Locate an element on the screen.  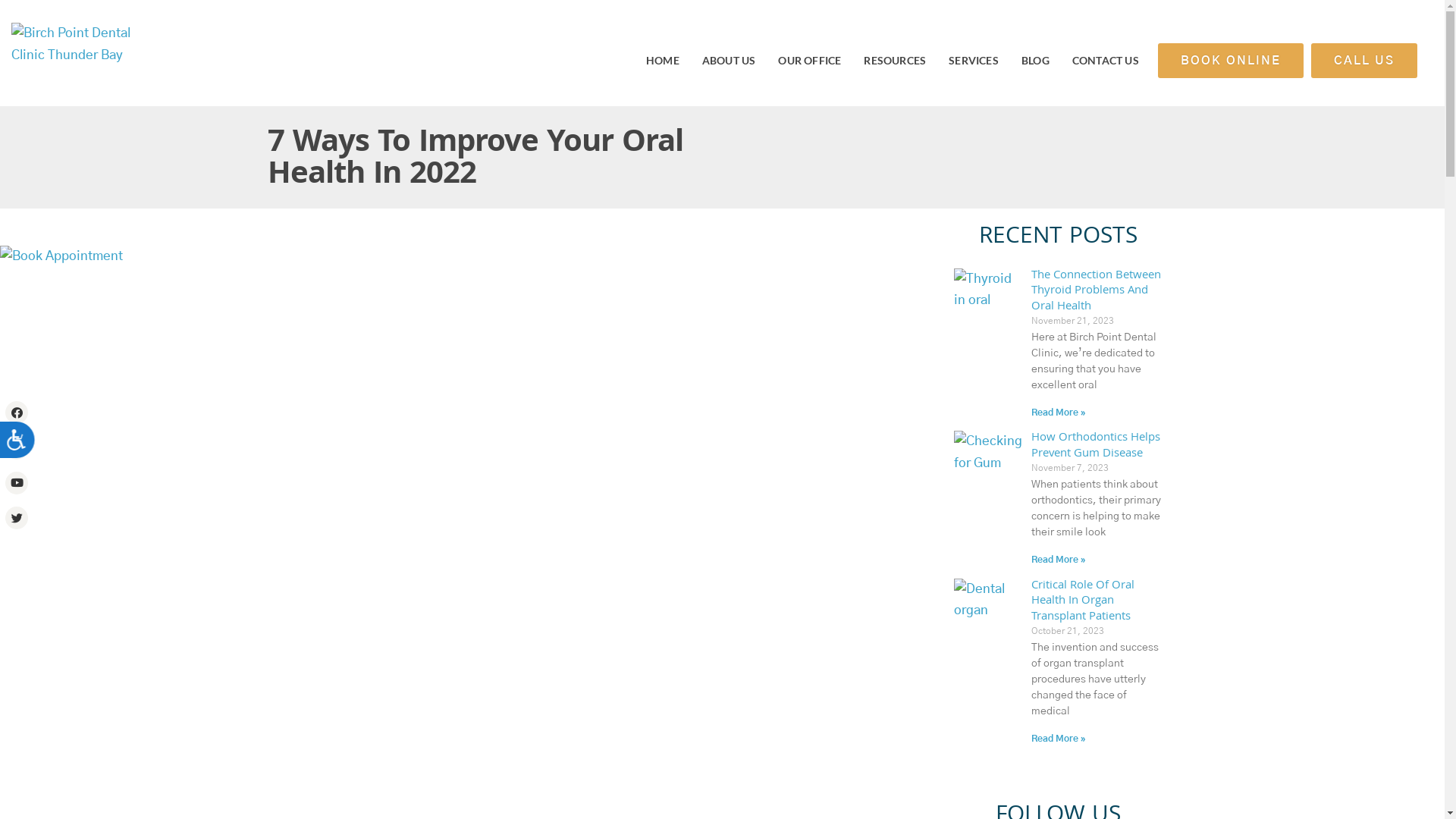
'BLOG' is located at coordinates (1034, 59).